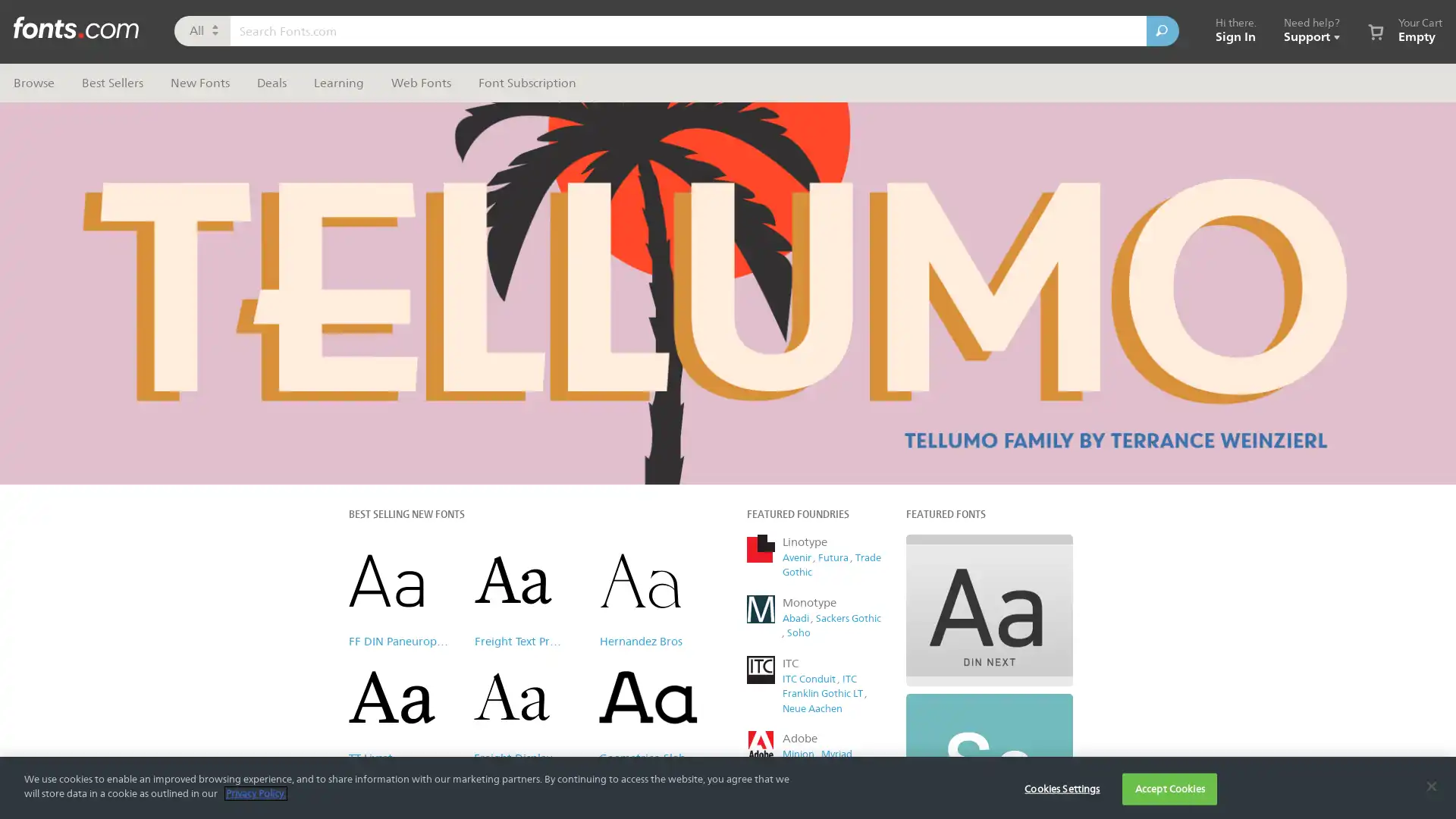 The image size is (1456, 819). I want to click on Subscribe, so click(879, 391).